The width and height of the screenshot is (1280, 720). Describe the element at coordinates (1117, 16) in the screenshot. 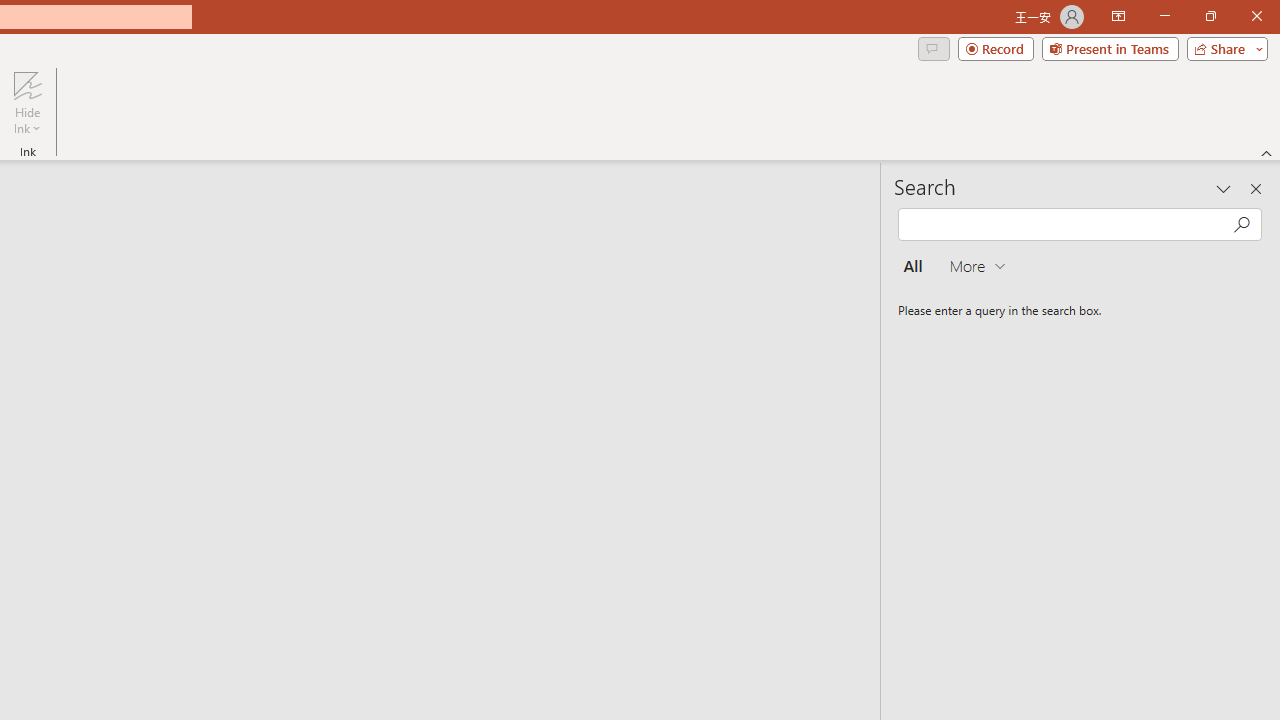

I see `'Ribbon Display Options'` at that location.